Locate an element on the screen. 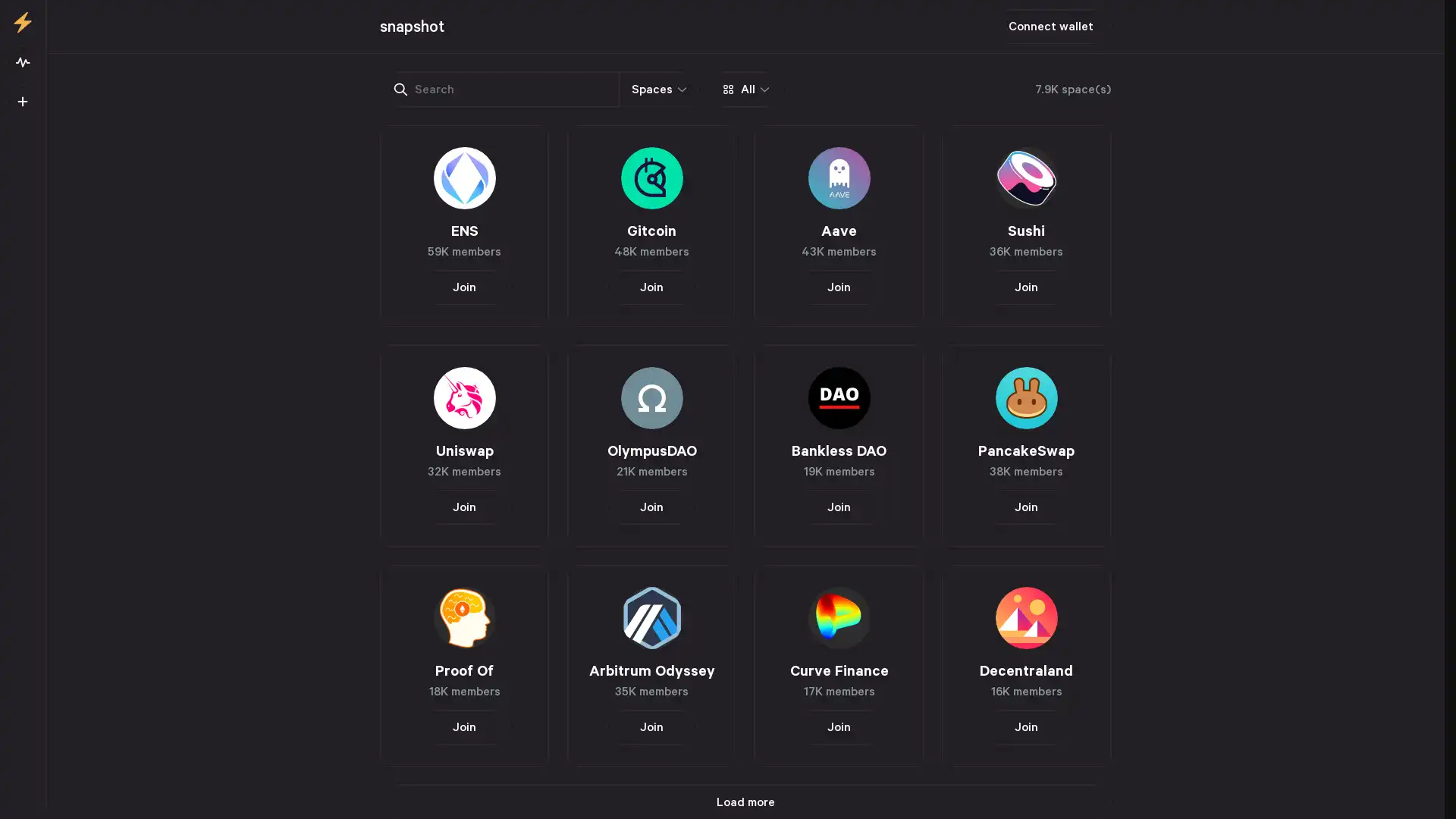 This screenshot has width=1456, height=819. Join is located at coordinates (837, 726).